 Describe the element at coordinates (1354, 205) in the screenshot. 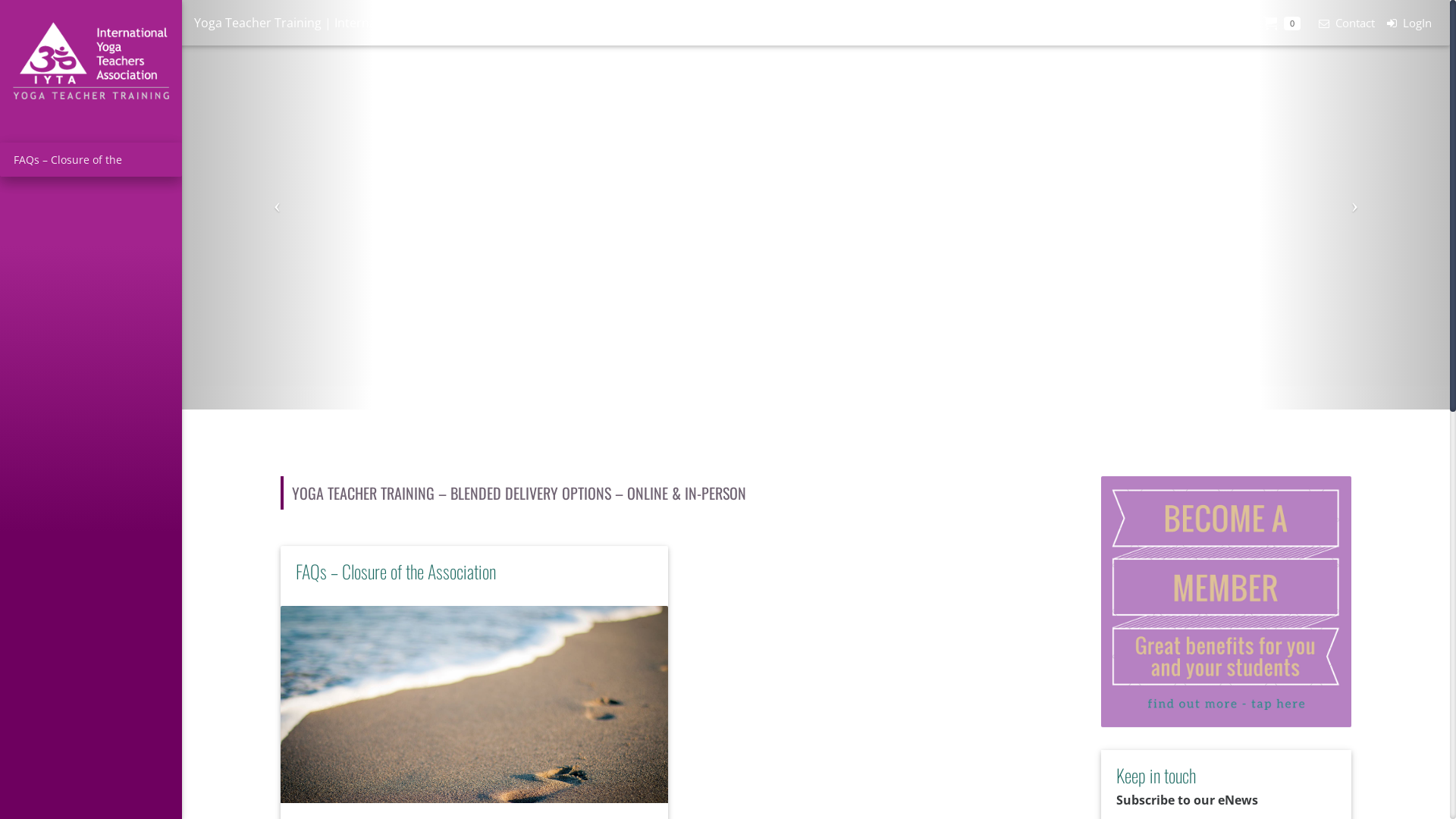

I see `'Next'` at that location.